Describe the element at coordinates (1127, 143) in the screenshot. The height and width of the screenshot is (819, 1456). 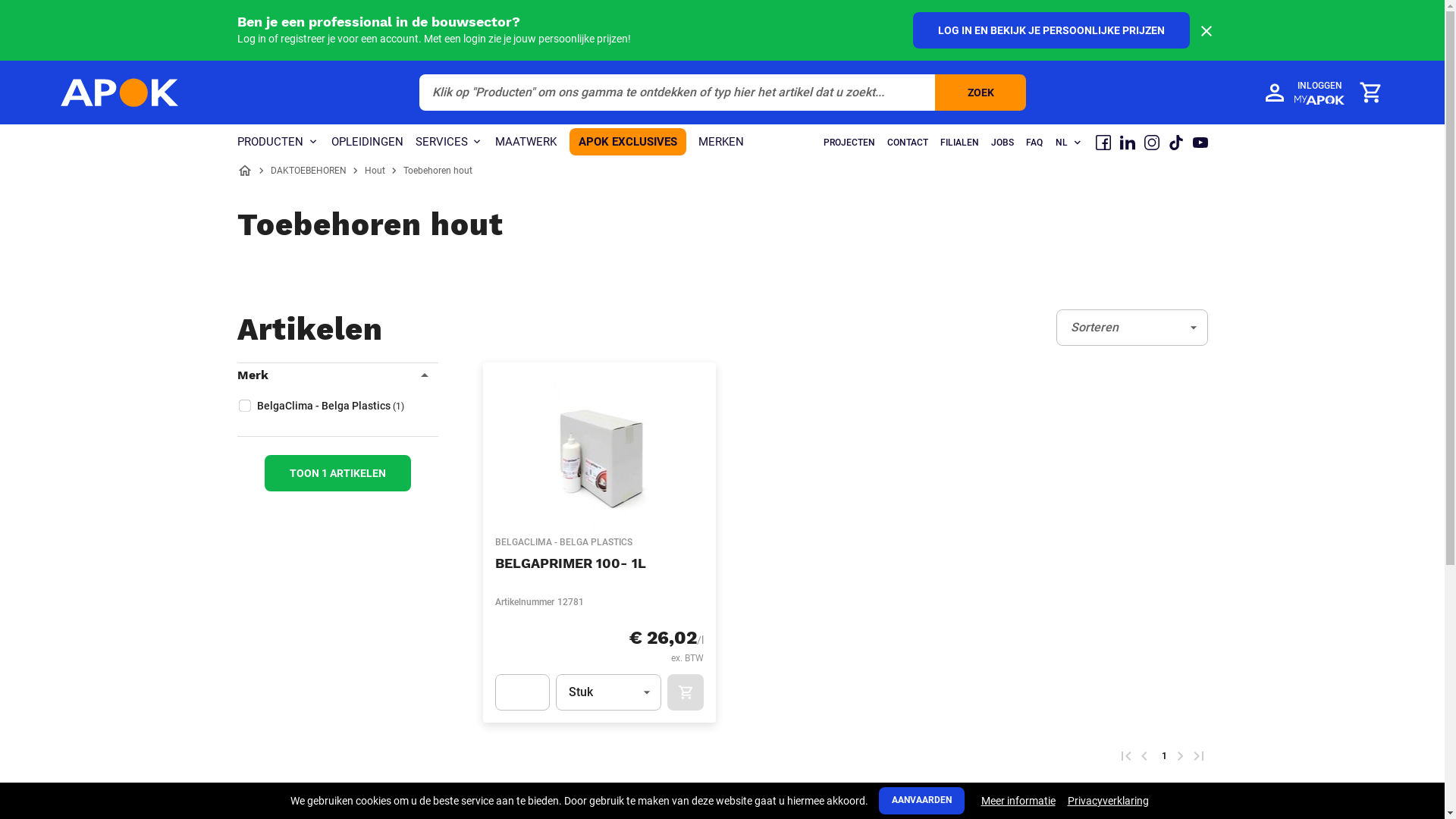
I see `'LinkedIn'` at that location.